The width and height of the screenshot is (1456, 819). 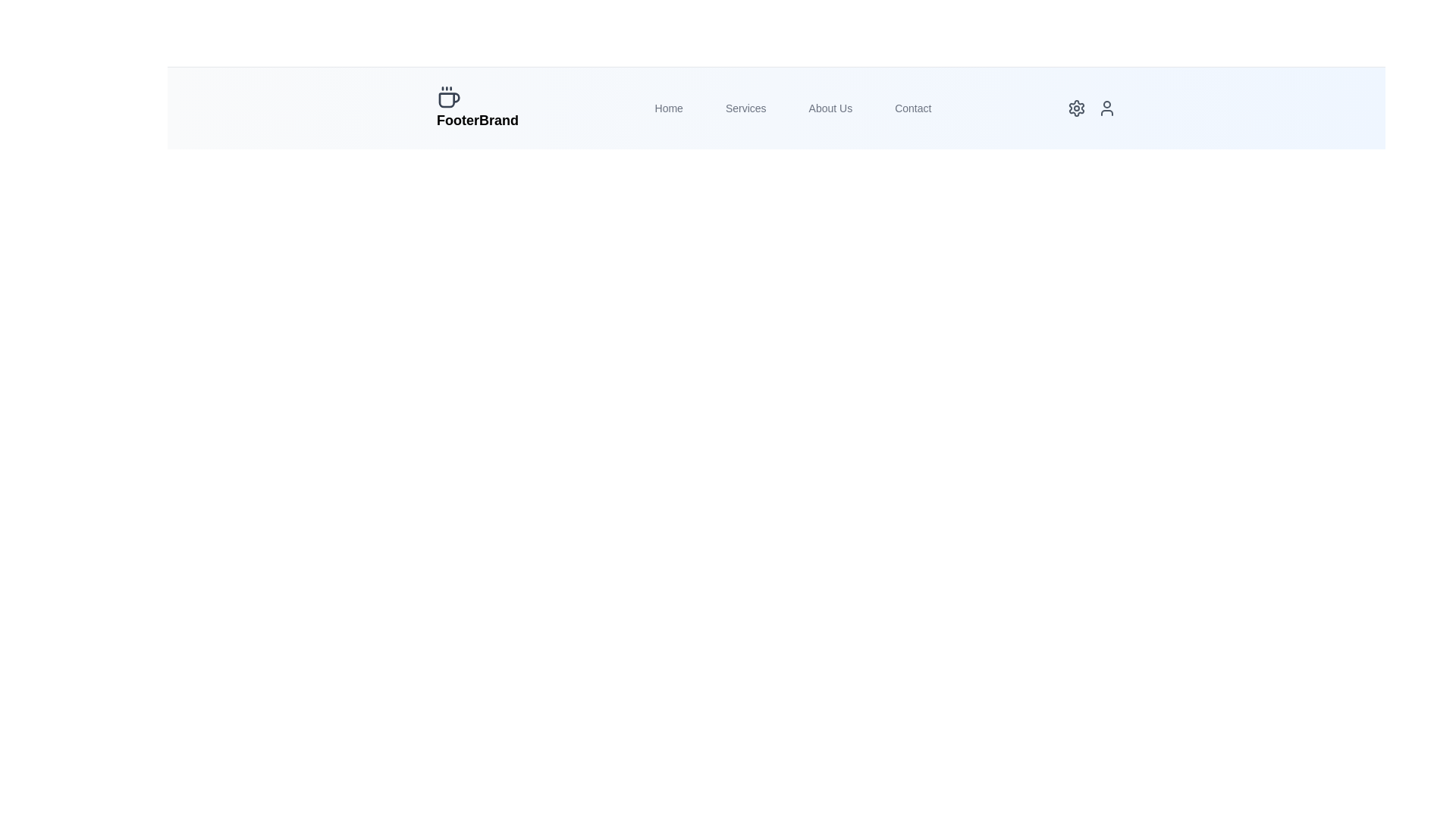 I want to click on the 'Services' text link located in the navigation menu, positioned between 'Home' and 'About Us', so click(x=745, y=107).